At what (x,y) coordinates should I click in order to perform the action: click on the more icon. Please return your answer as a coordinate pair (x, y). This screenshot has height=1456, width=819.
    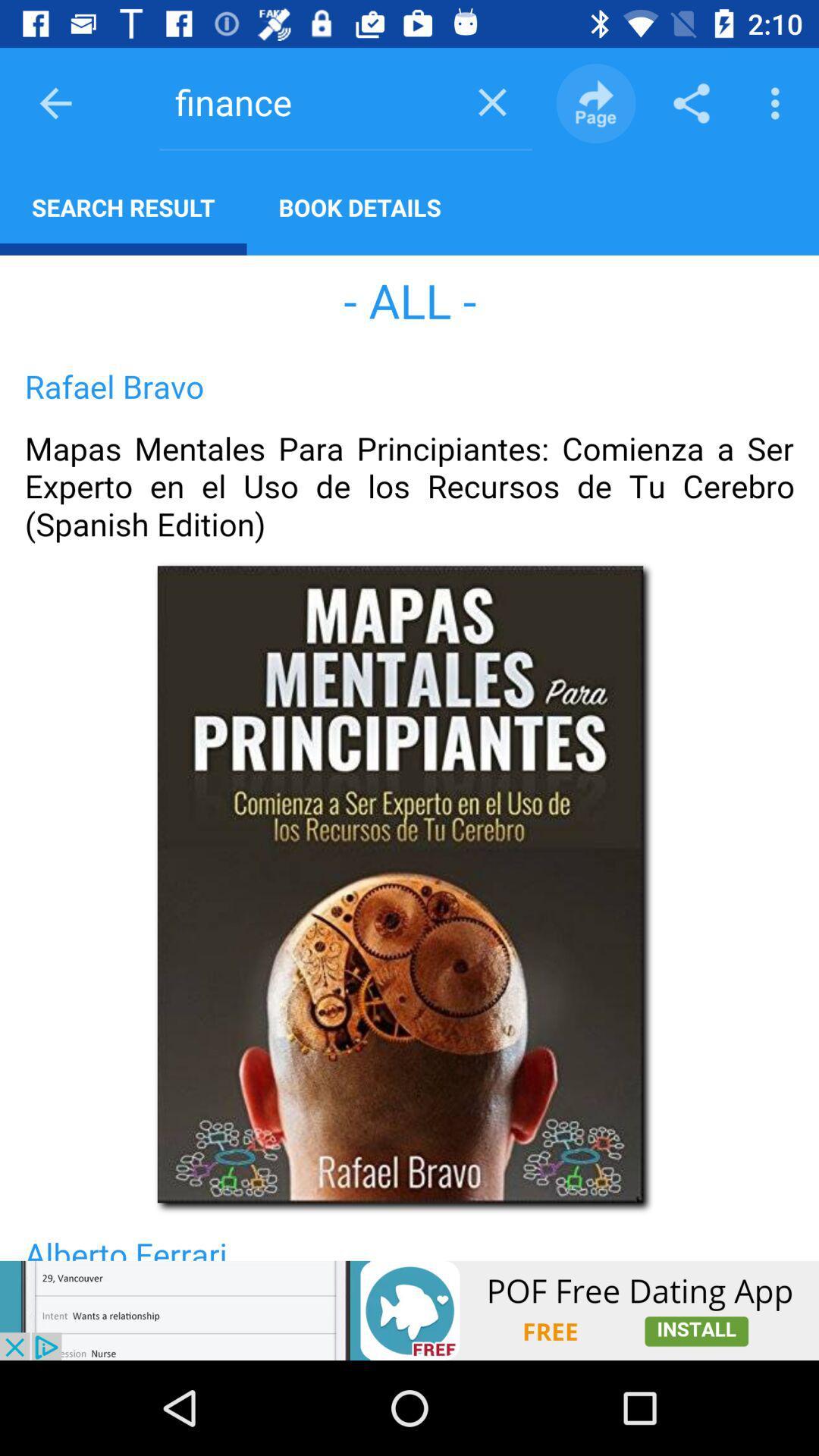
    Looking at the image, I should click on (779, 102).